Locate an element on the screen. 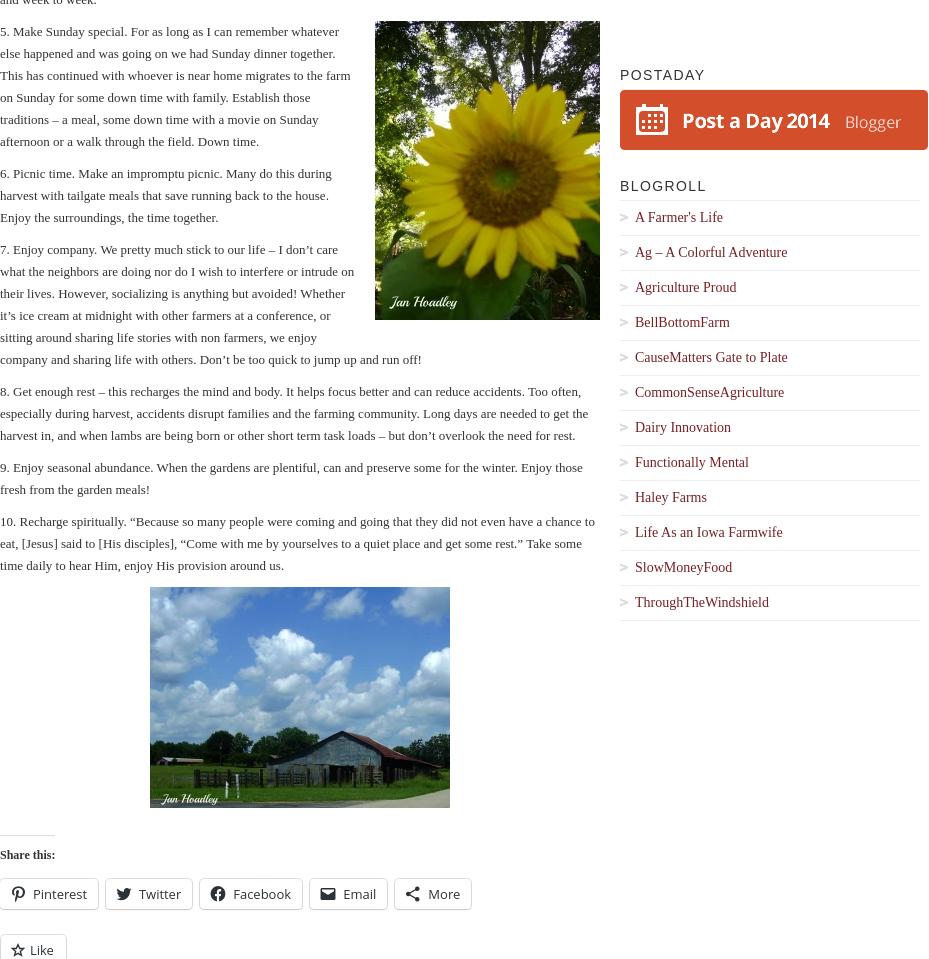 Image resolution: width=929 pixels, height=959 pixels. 'A Farmer's Life' is located at coordinates (679, 217).